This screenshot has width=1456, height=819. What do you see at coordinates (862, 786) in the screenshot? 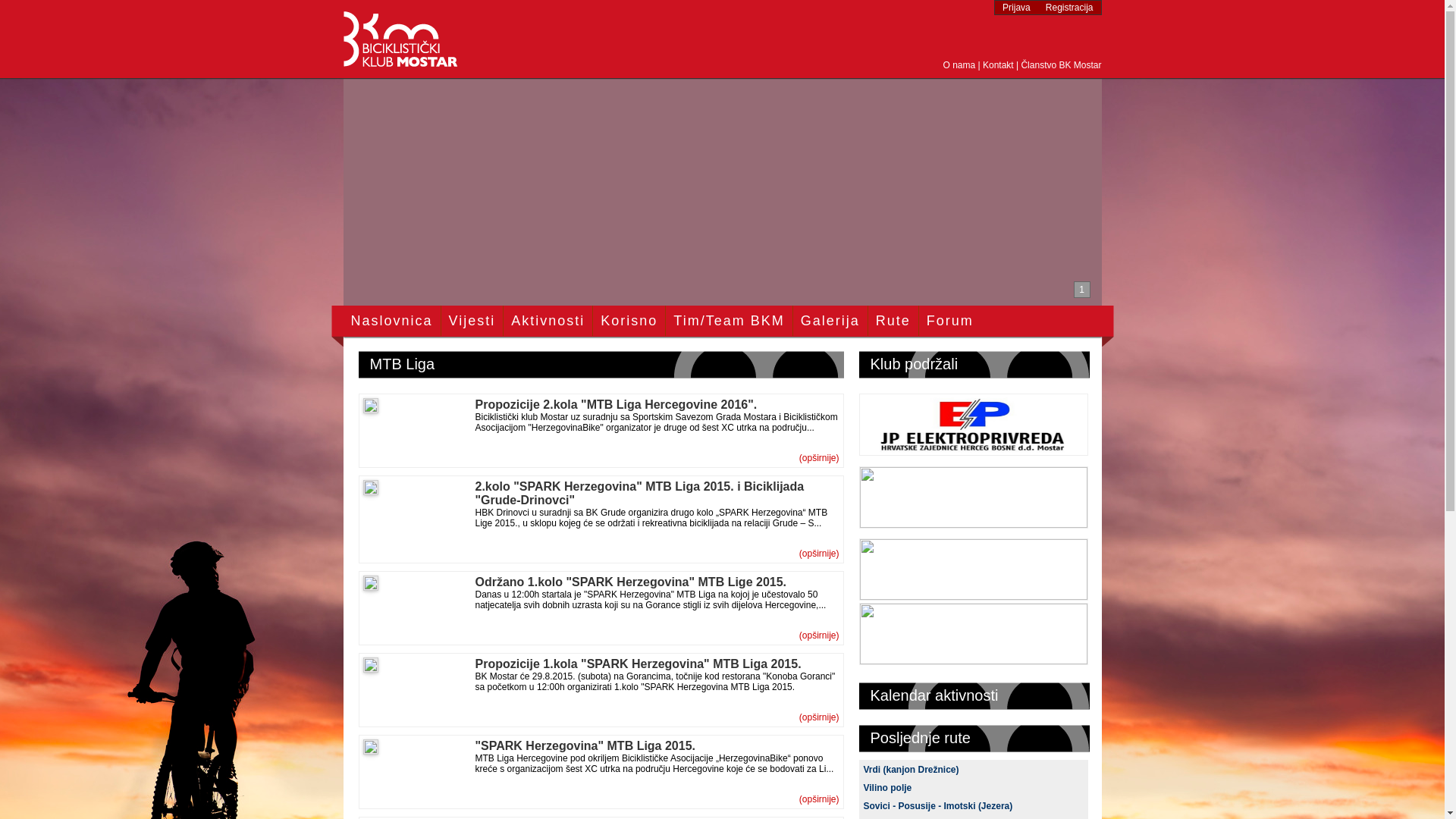
I see `'Vilino polje'` at bounding box center [862, 786].